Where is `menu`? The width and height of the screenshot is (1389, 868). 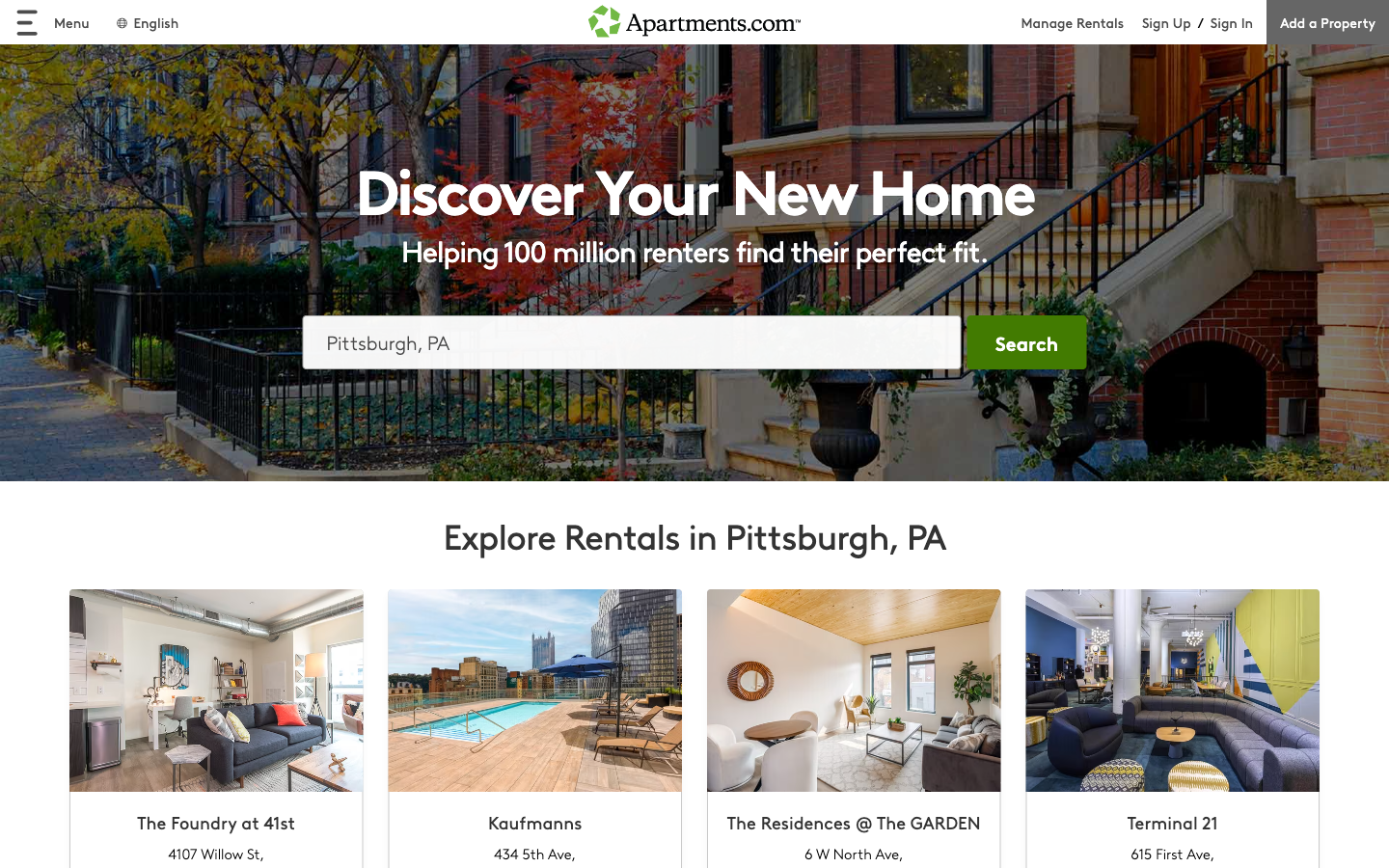
menu is located at coordinates (51, 21).